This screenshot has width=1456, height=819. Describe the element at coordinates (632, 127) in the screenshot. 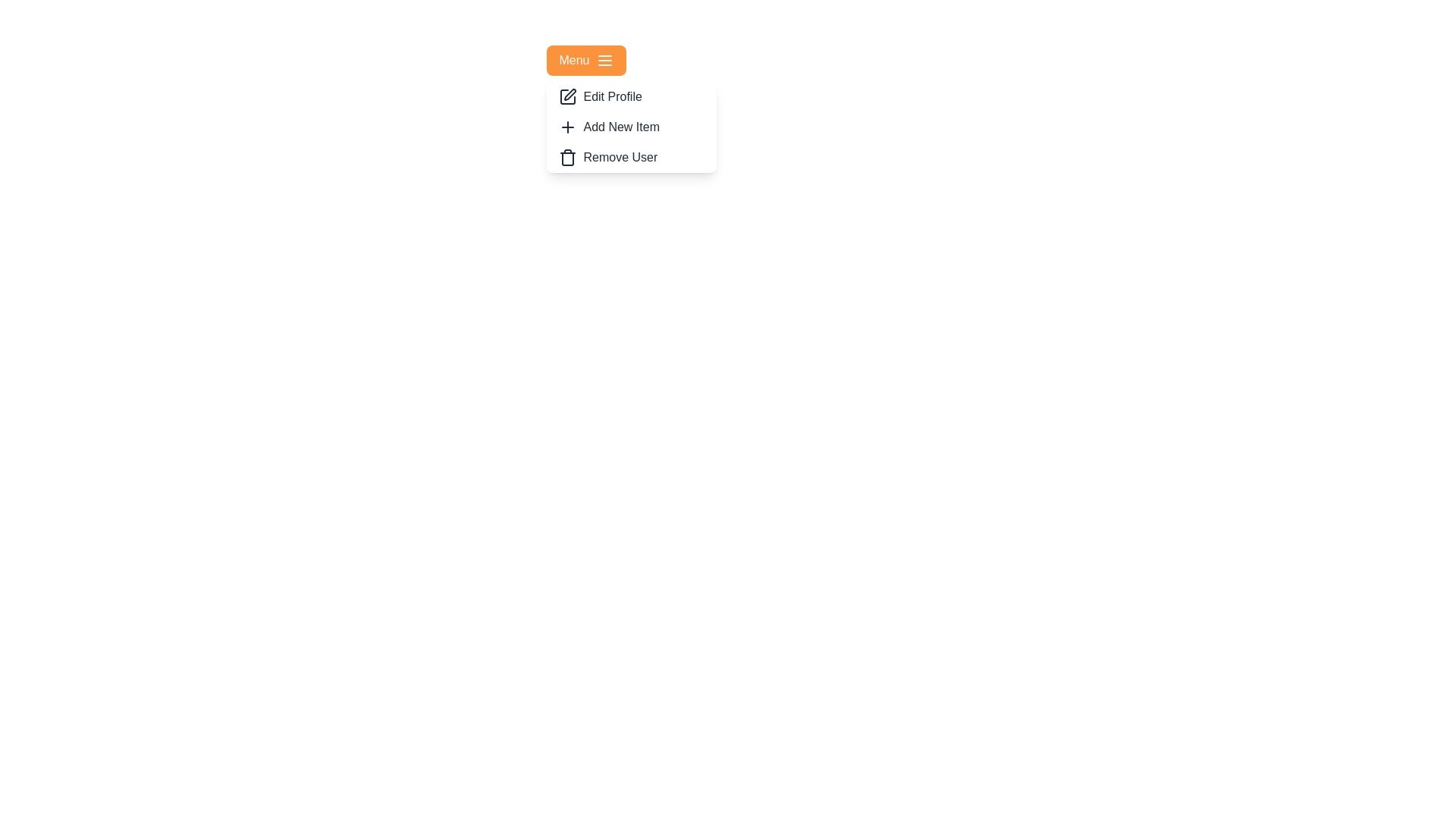

I see `the menu item Add New Item to reveal its hover effect` at that location.